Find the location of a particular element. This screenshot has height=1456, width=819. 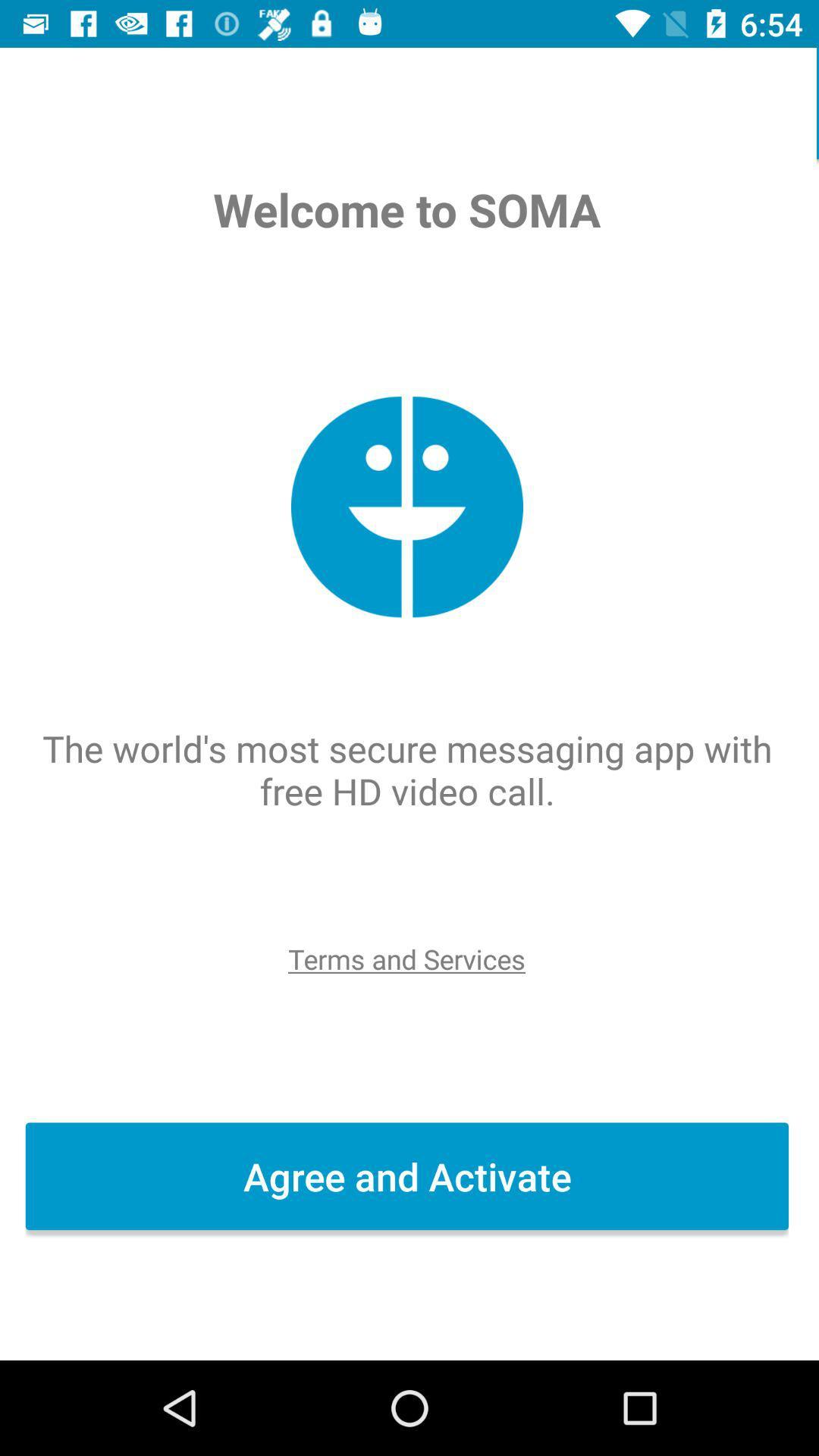

item above the agree and activate icon is located at coordinates (408, 958).